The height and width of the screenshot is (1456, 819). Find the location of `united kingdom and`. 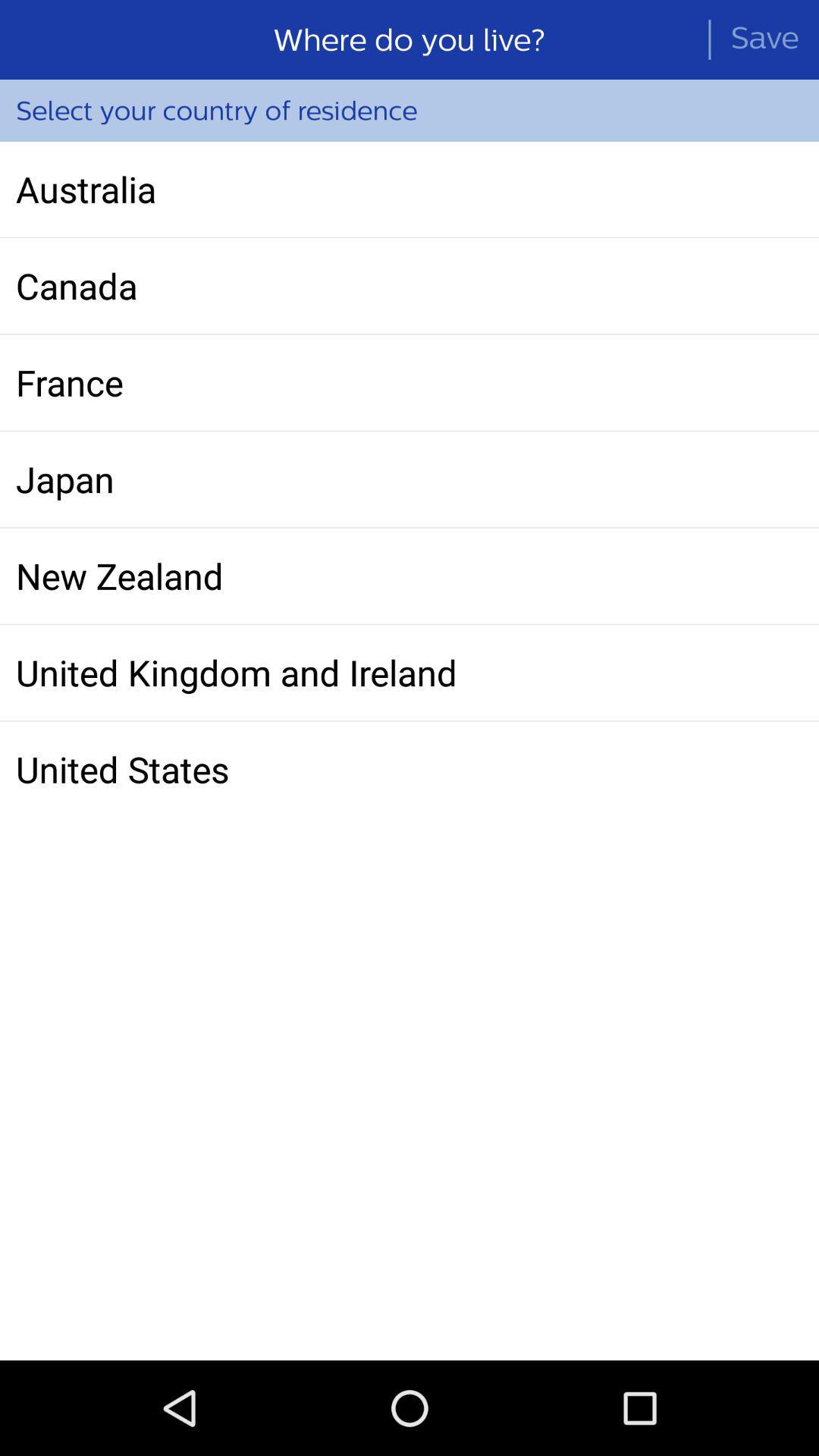

united kingdom and is located at coordinates (409, 672).